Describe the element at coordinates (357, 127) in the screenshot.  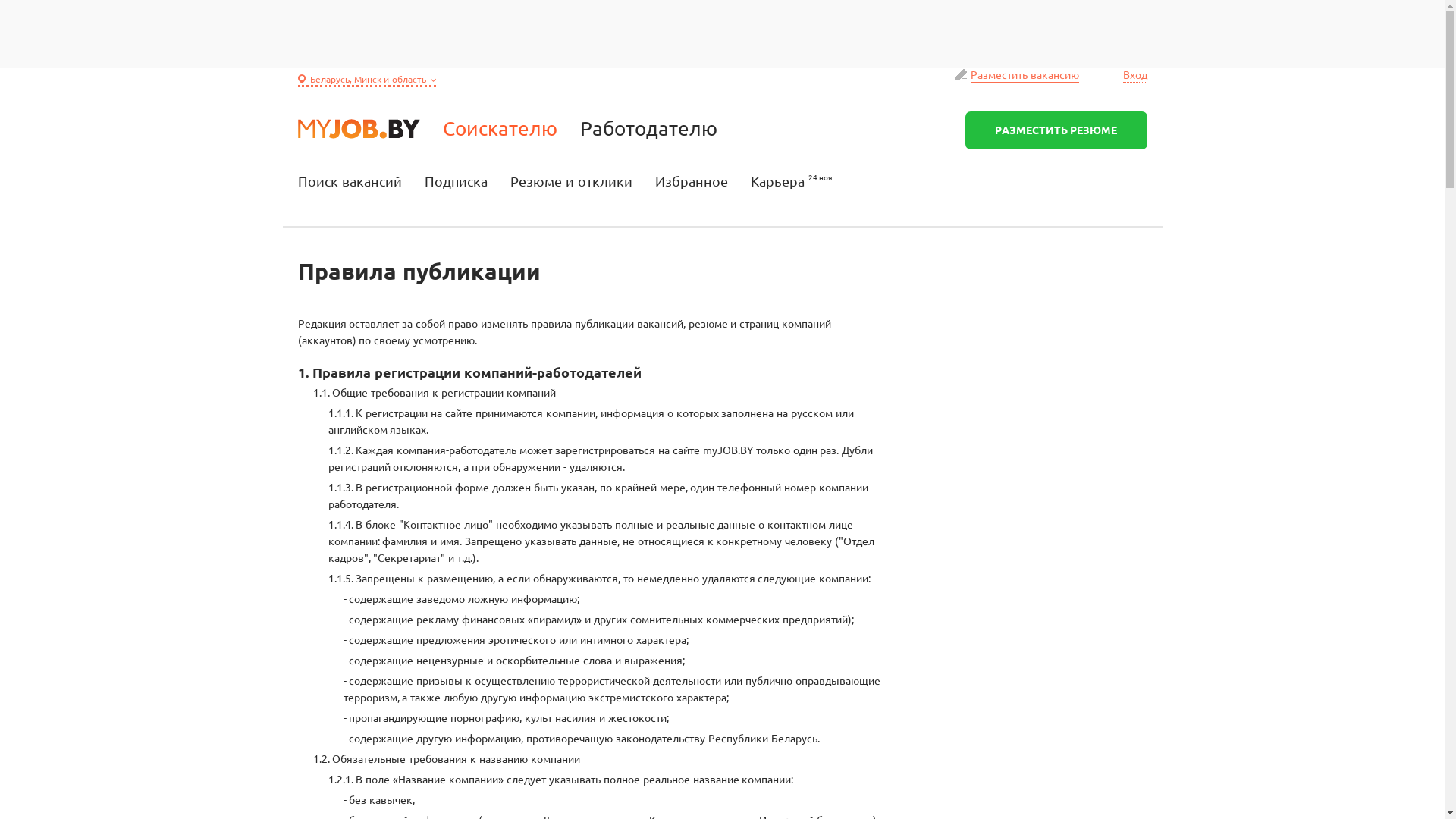
I see `'myJOB.BY'` at that location.